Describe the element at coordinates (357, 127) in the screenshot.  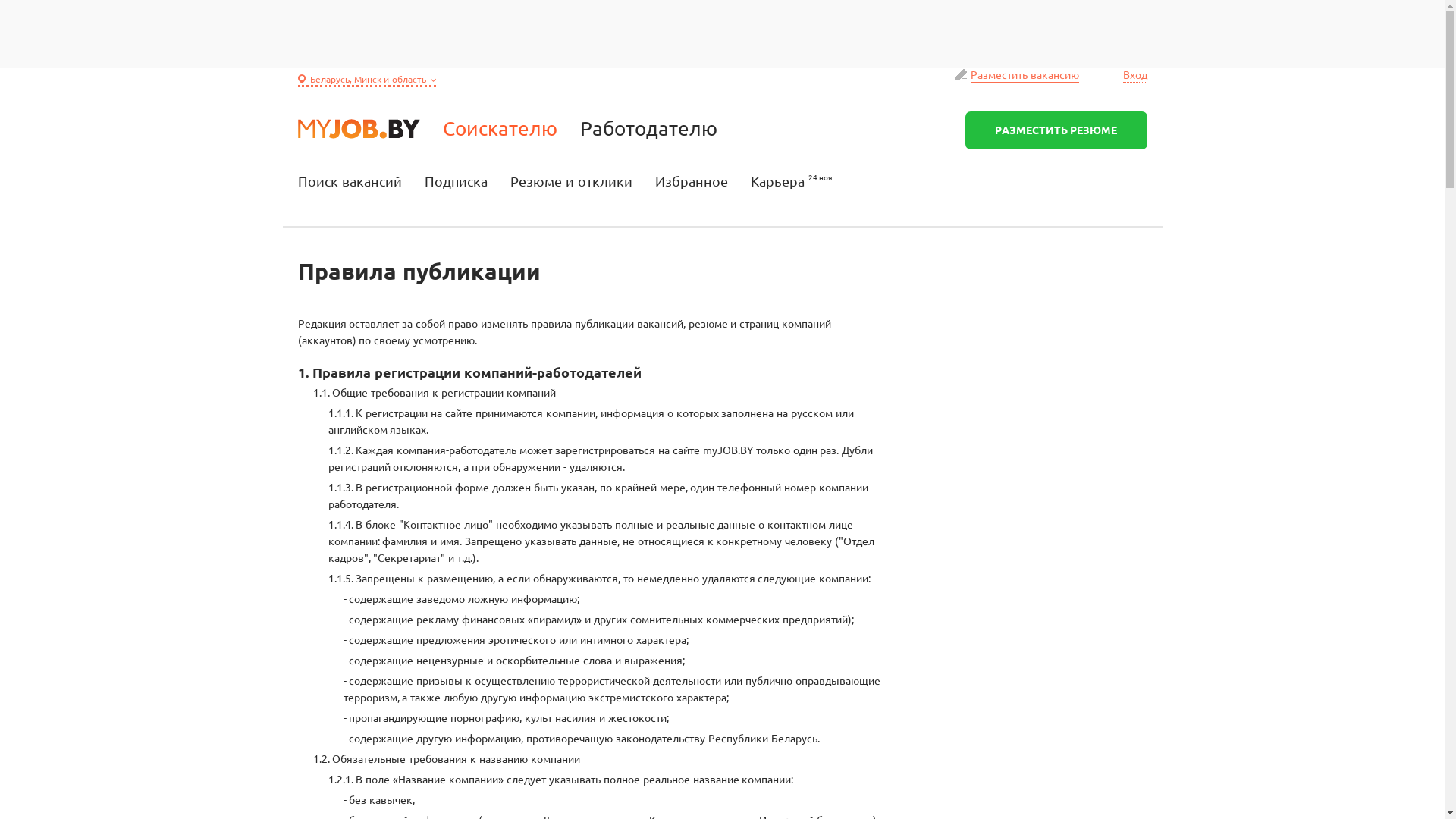
I see `'myJOB.BY'` at that location.